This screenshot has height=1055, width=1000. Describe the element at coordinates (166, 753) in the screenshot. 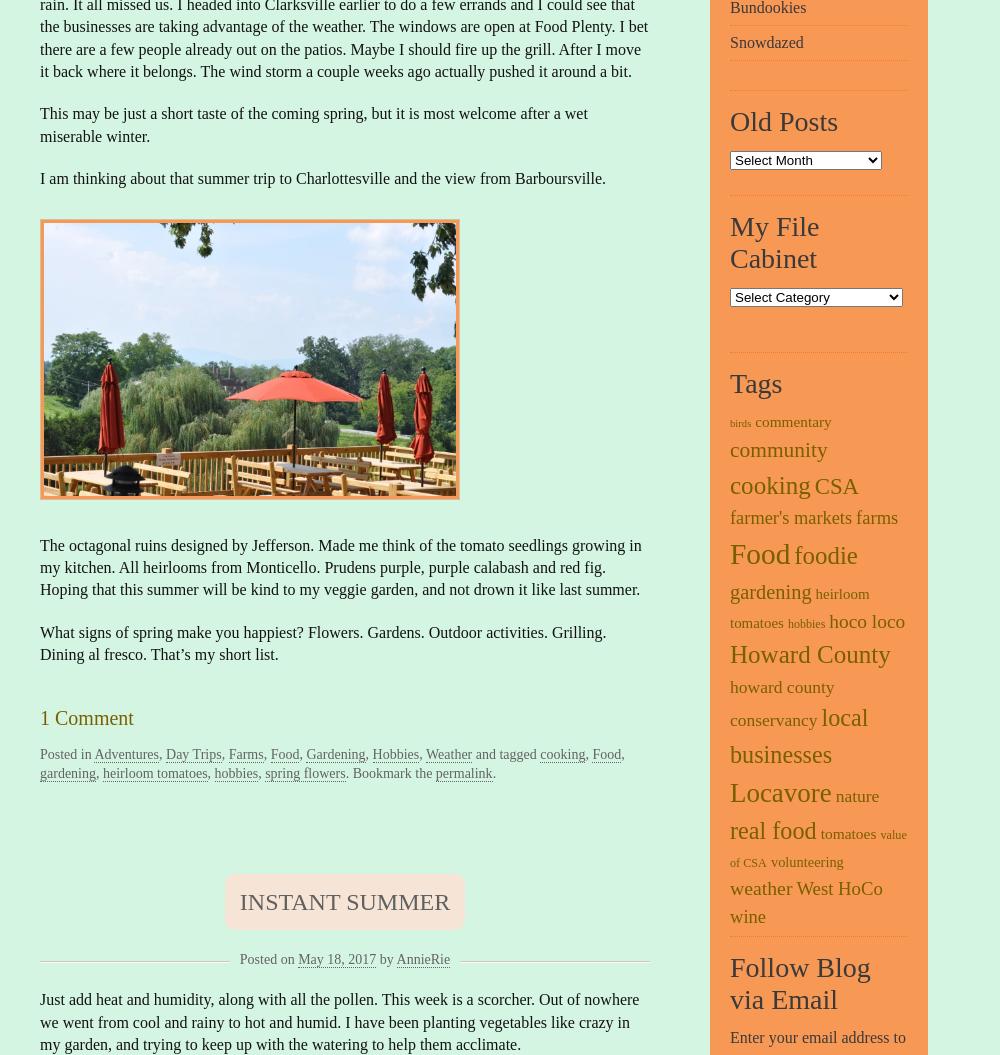

I see `'Day Trips'` at that location.